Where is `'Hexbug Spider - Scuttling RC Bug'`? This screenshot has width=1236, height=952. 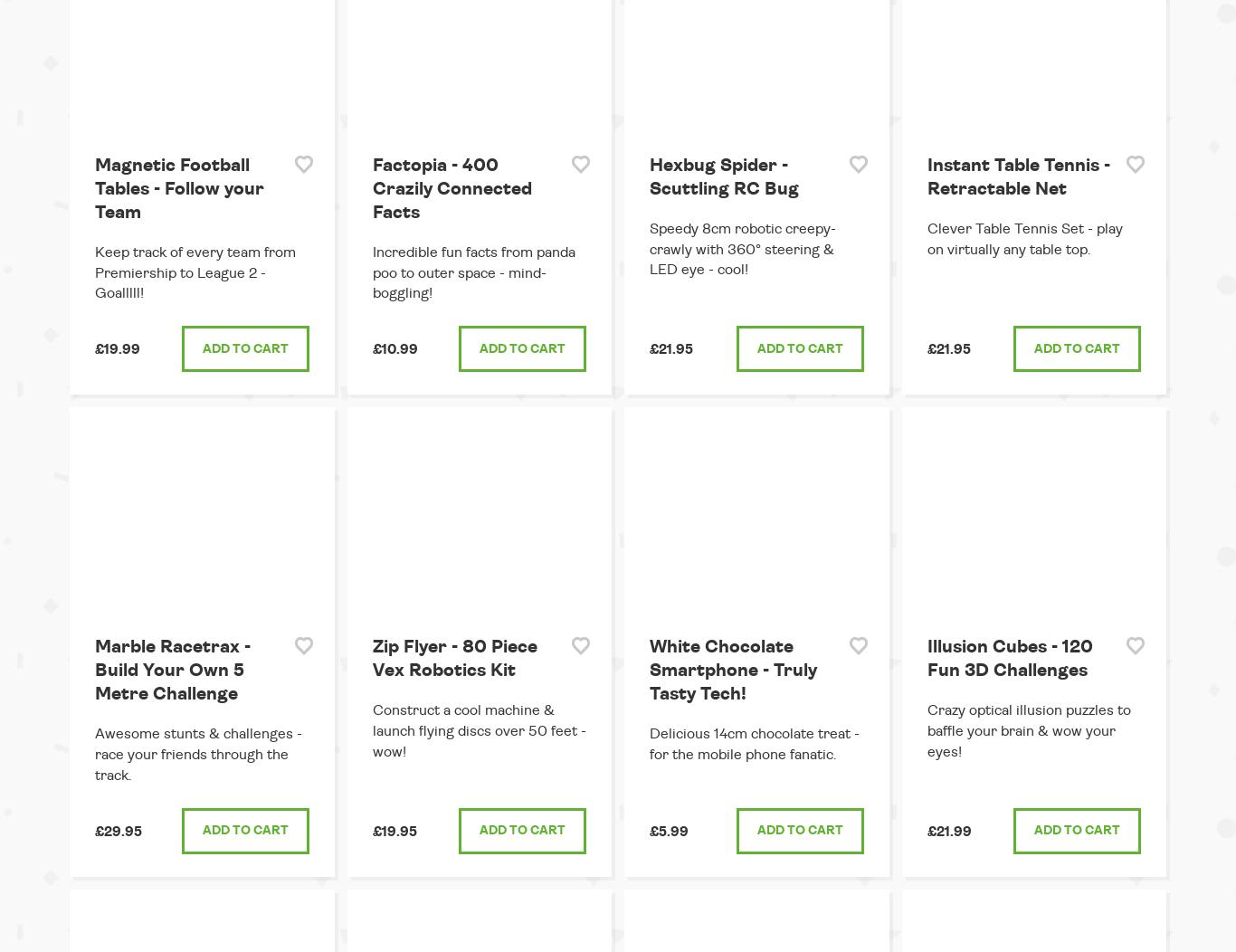
'Hexbug Spider - Scuttling RC Bug' is located at coordinates (649, 176).